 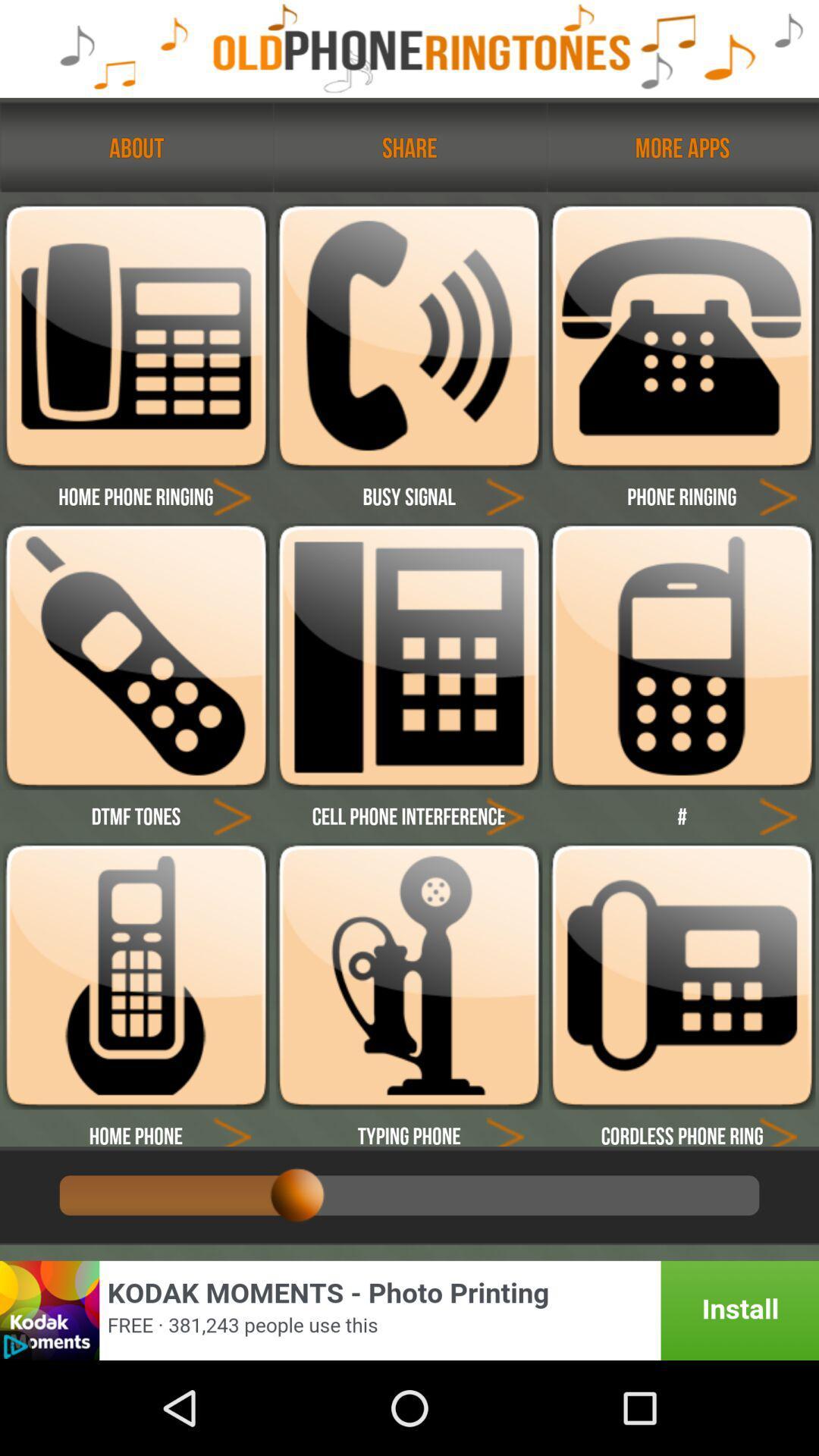 What do you see at coordinates (232, 814) in the screenshot?
I see `click button` at bounding box center [232, 814].